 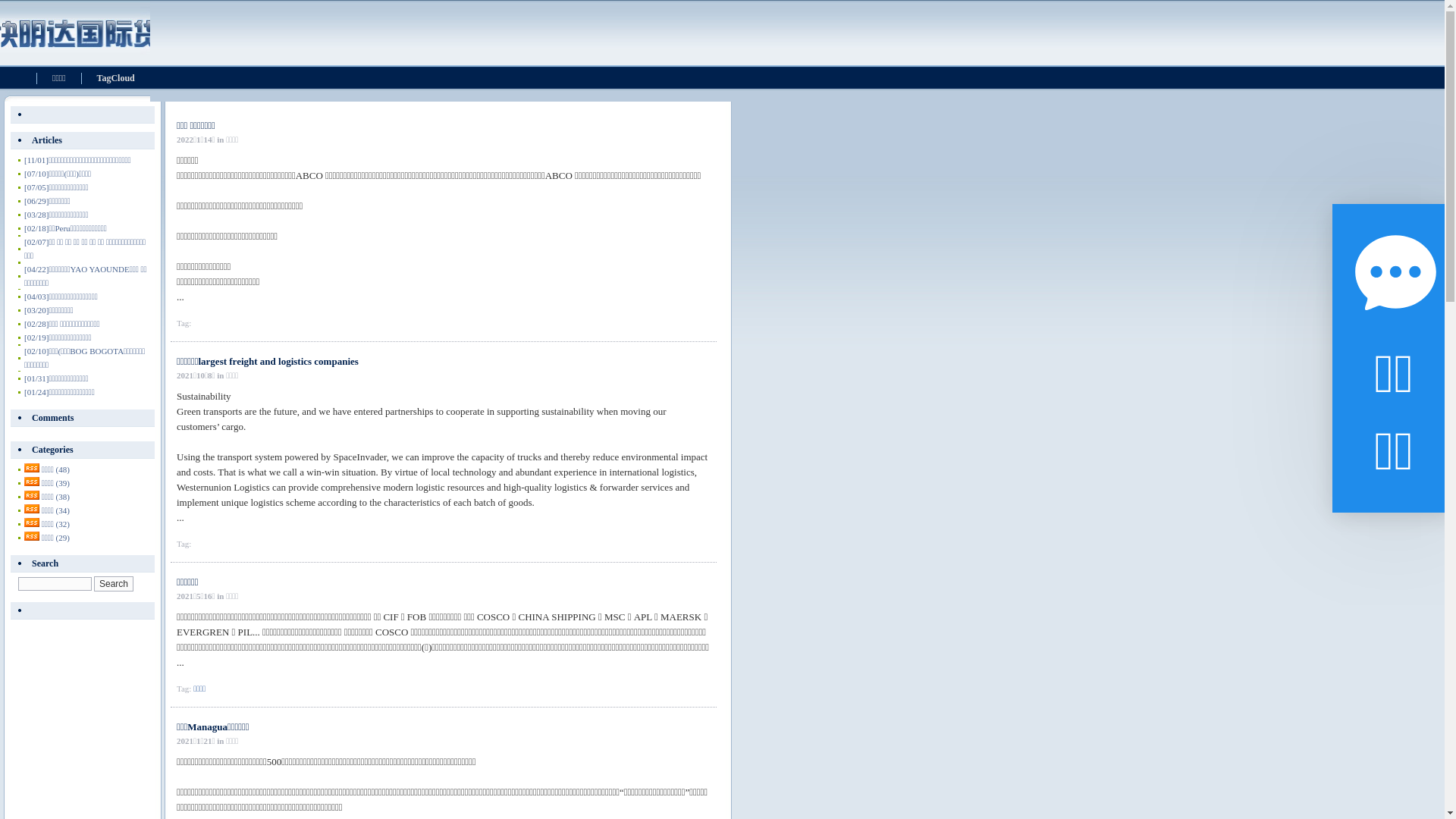 What do you see at coordinates (115, 78) in the screenshot?
I see `'TagCloud'` at bounding box center [115, 78].